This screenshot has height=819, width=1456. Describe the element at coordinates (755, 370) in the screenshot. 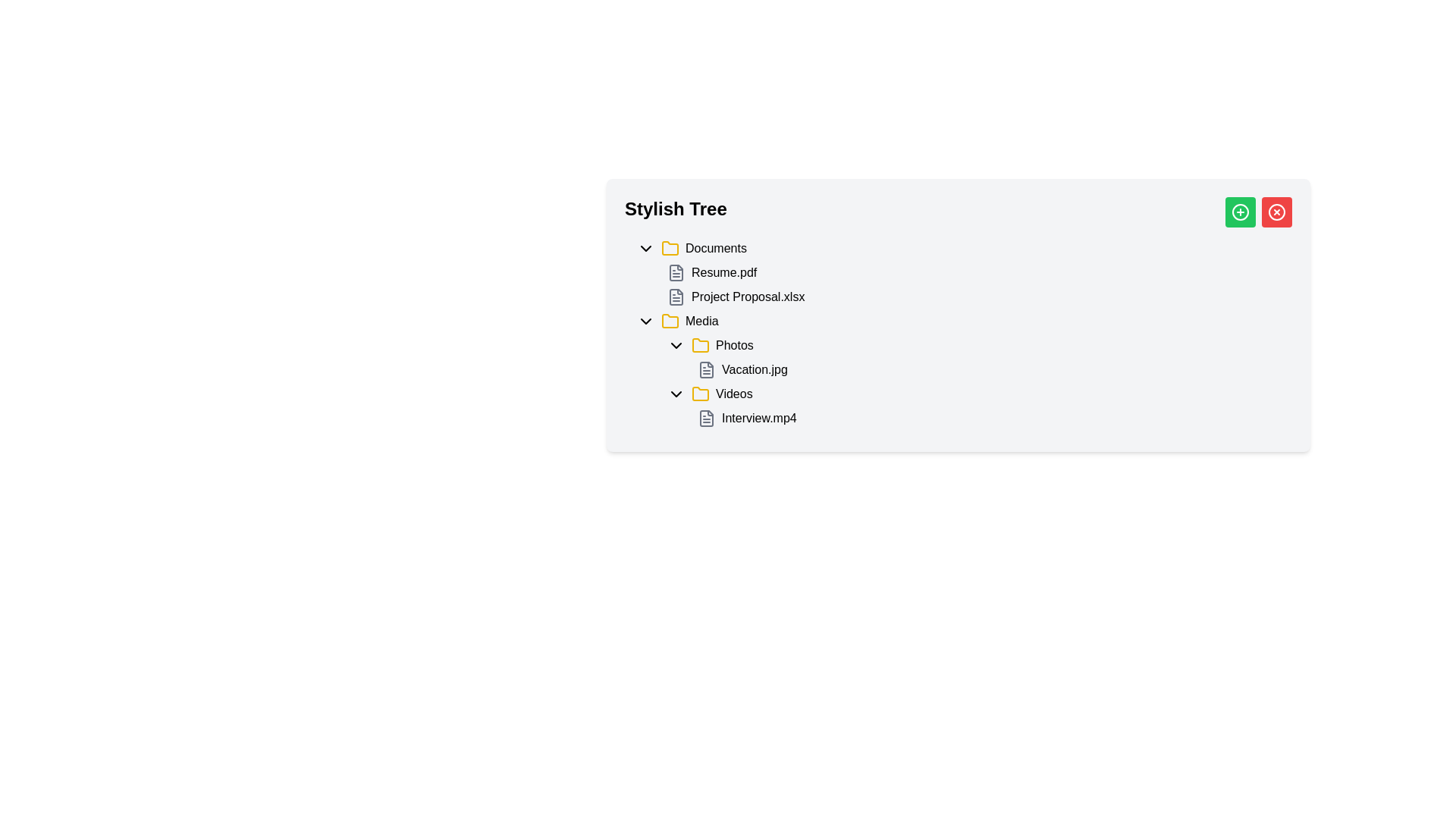

I see `the text label displaying 'Vacation.jpg' located in the 'Photos' folder under the 'Media' folder in the tree view` at that location.